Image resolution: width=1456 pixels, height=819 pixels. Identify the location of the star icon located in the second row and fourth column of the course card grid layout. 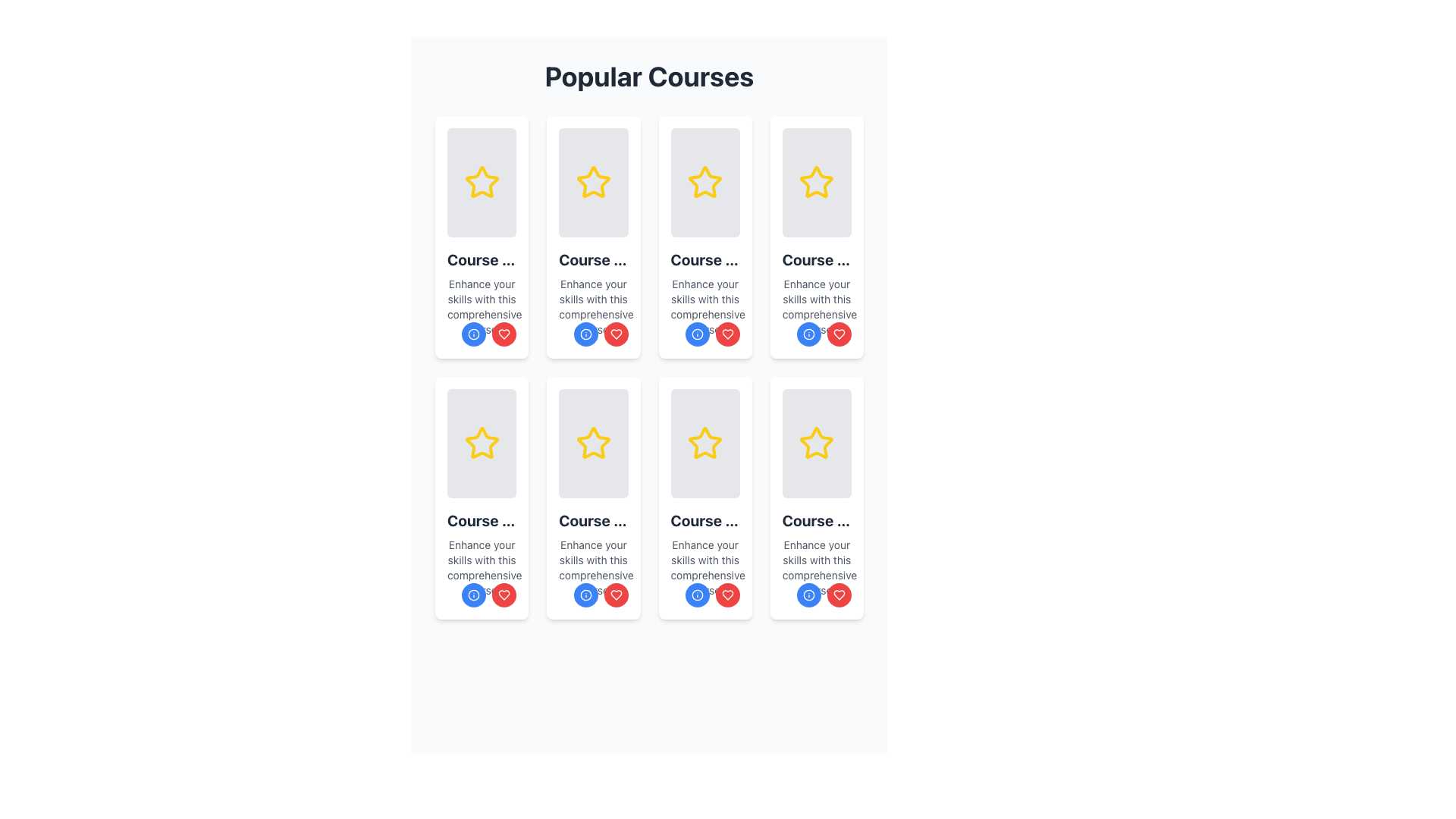
(592, 443).